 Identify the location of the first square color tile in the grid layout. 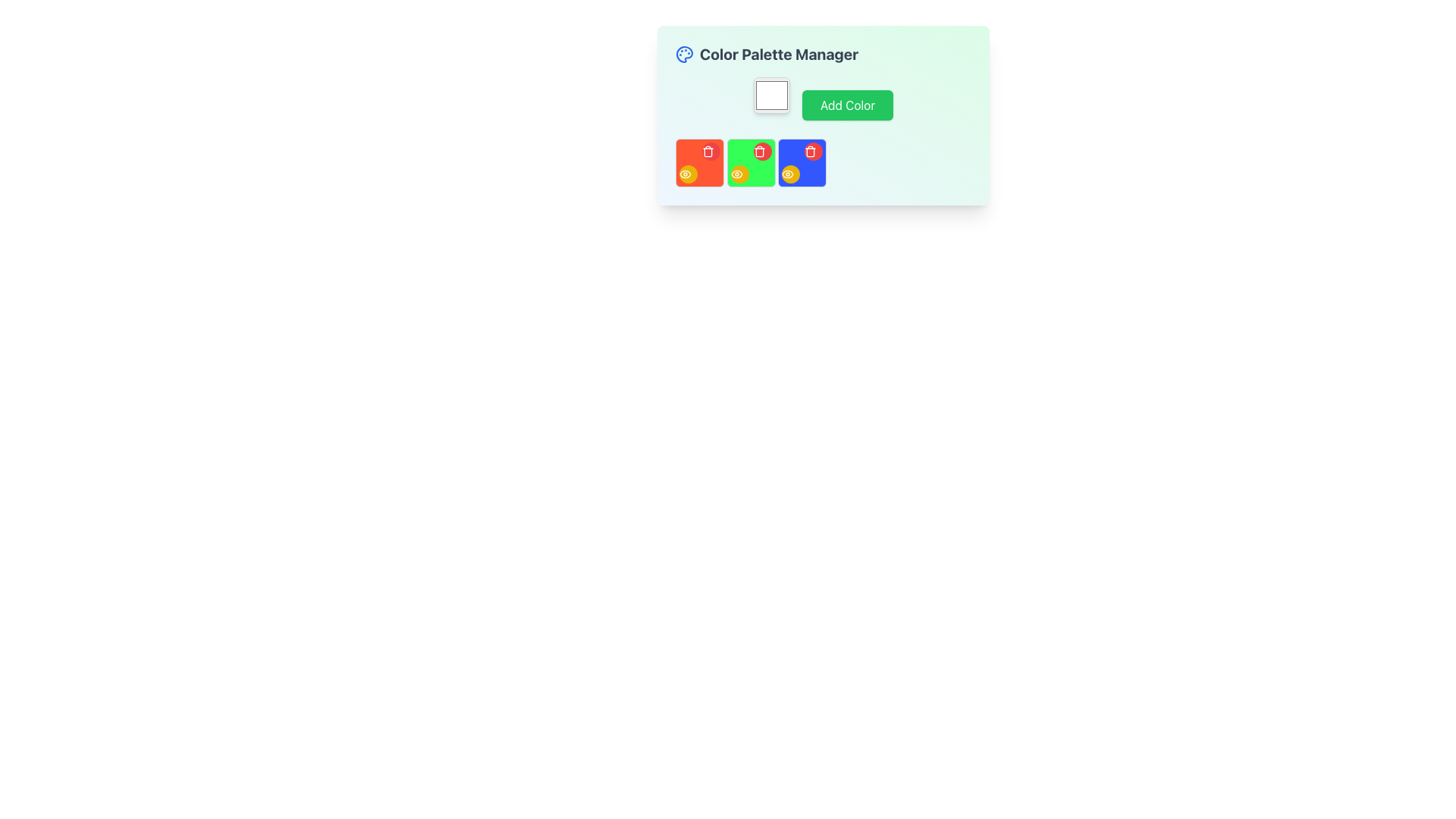
(698, 163).